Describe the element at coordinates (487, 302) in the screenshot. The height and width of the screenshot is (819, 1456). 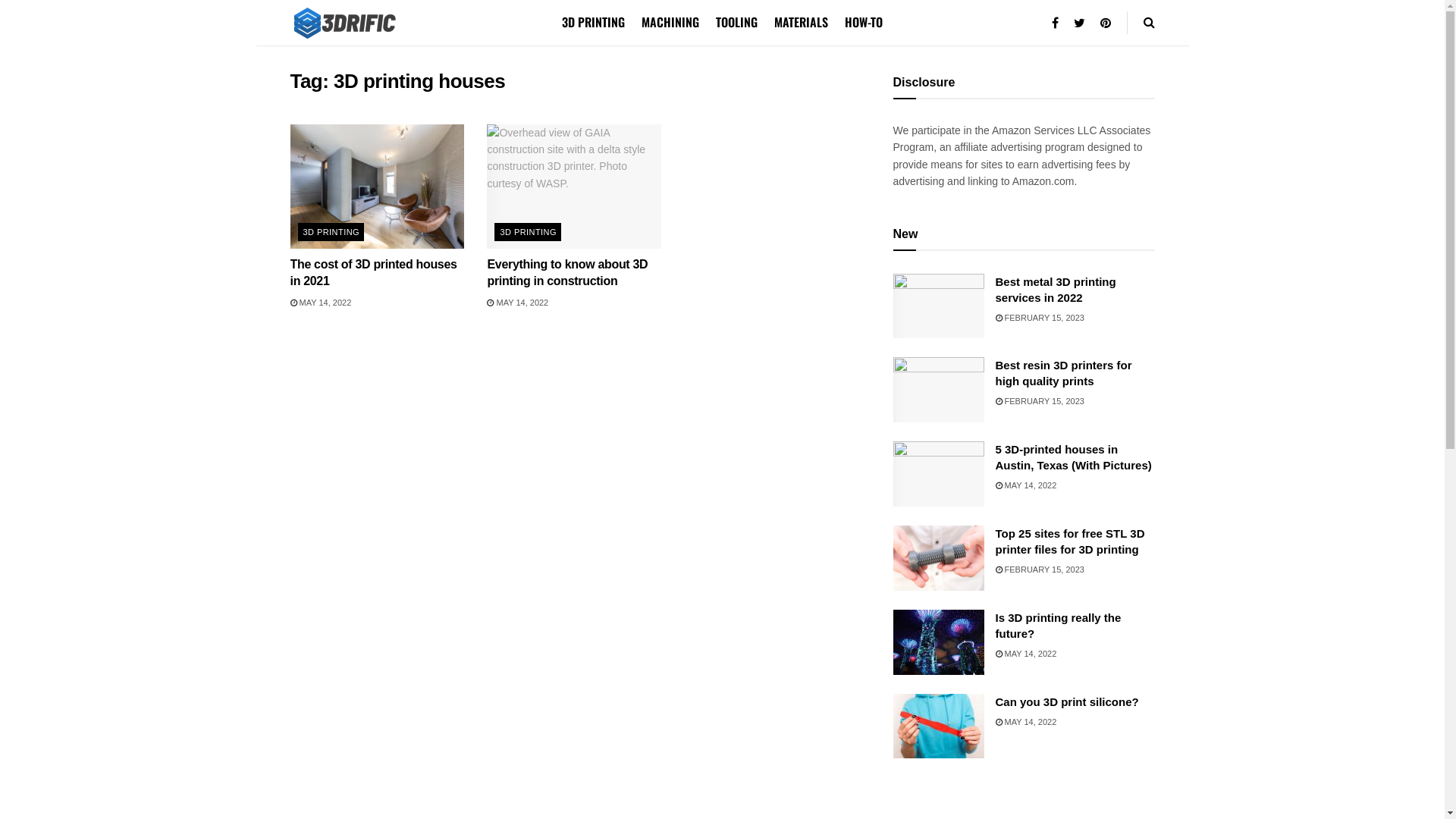
I see `'MAY 14, 2022'` at that location.